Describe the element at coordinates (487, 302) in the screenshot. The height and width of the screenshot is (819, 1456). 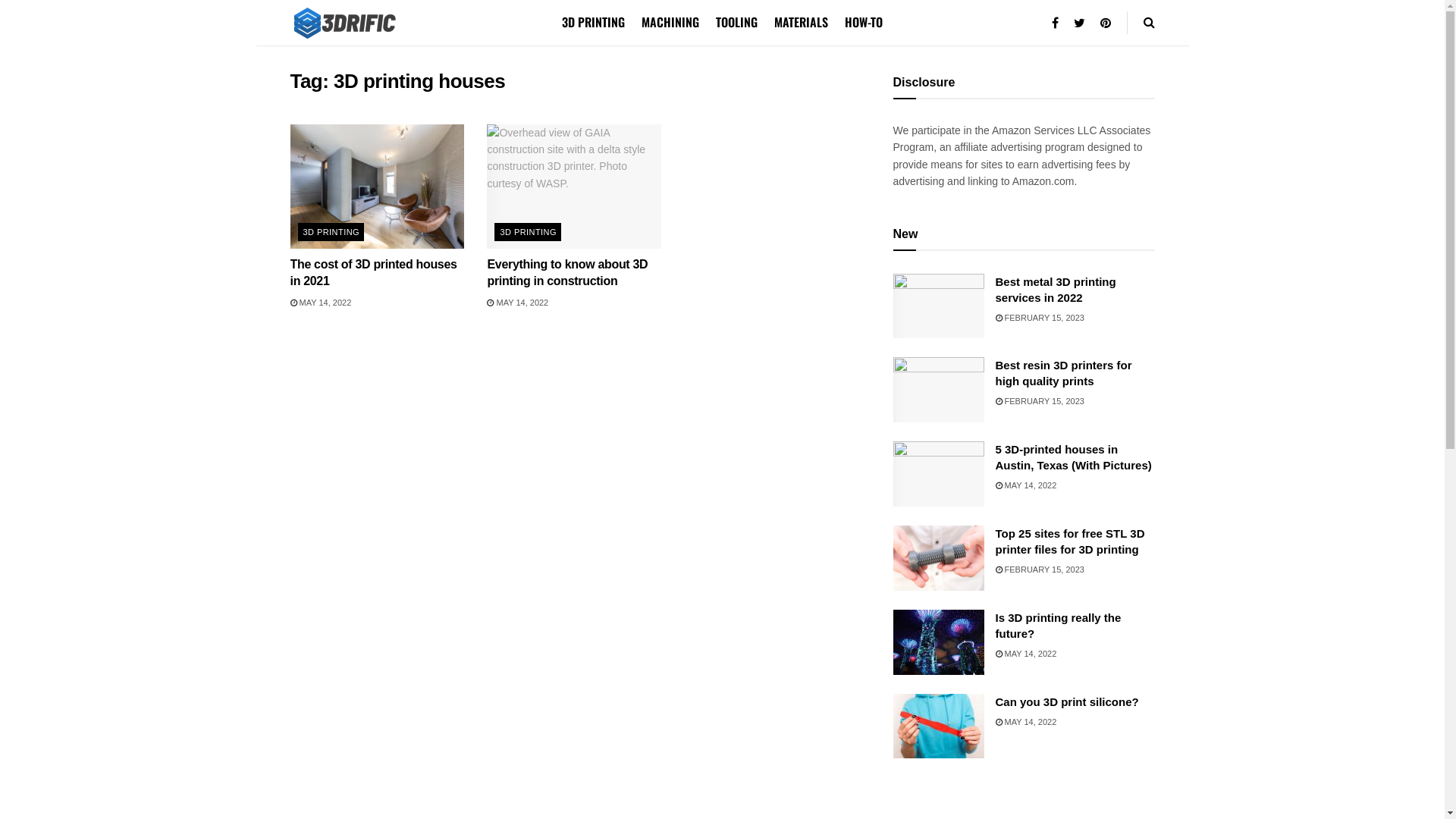
I see `'MAY 14, 2022'` at that location.